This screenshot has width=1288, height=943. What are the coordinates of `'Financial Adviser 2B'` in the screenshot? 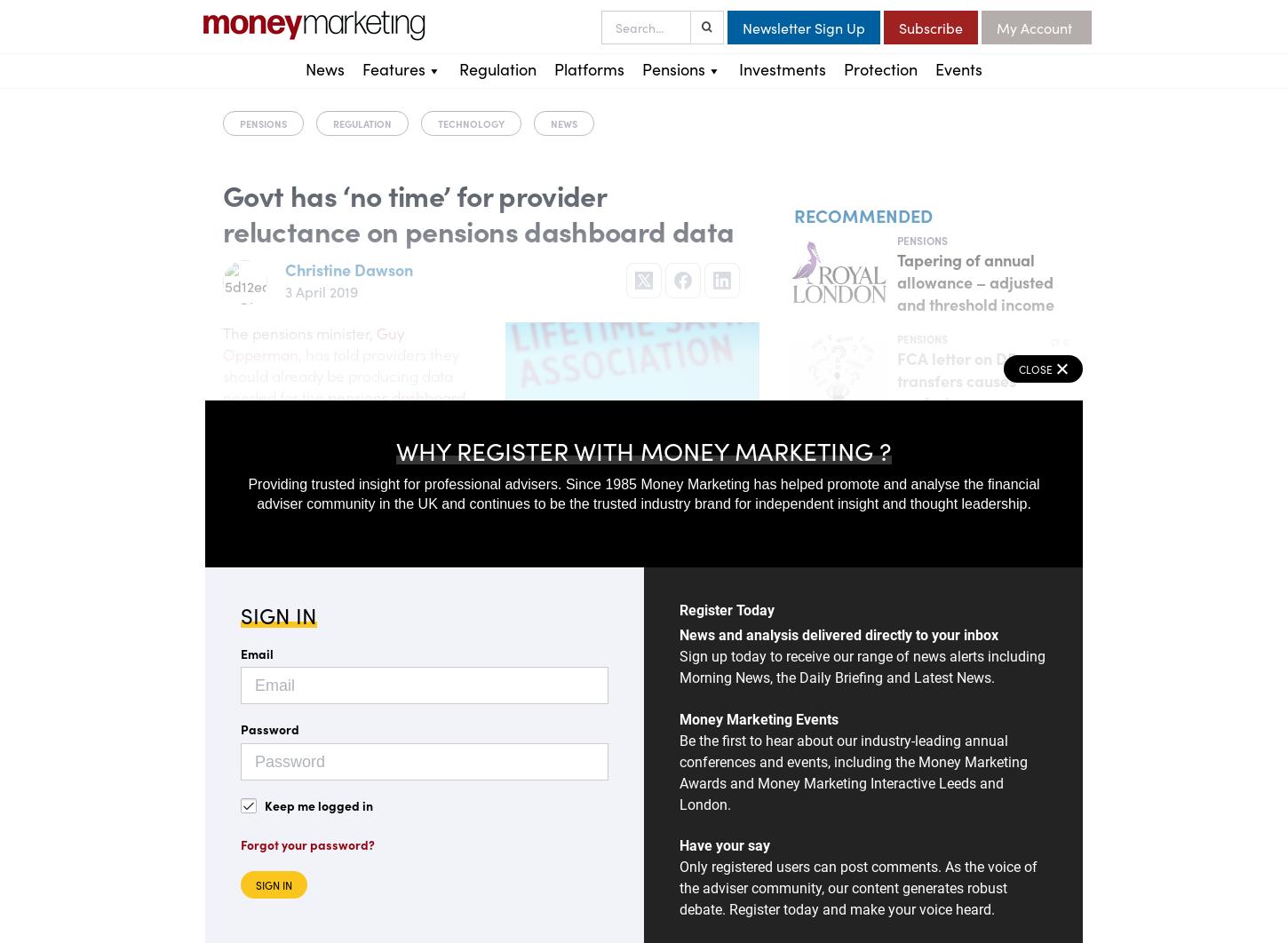 It's located at (362, 252).